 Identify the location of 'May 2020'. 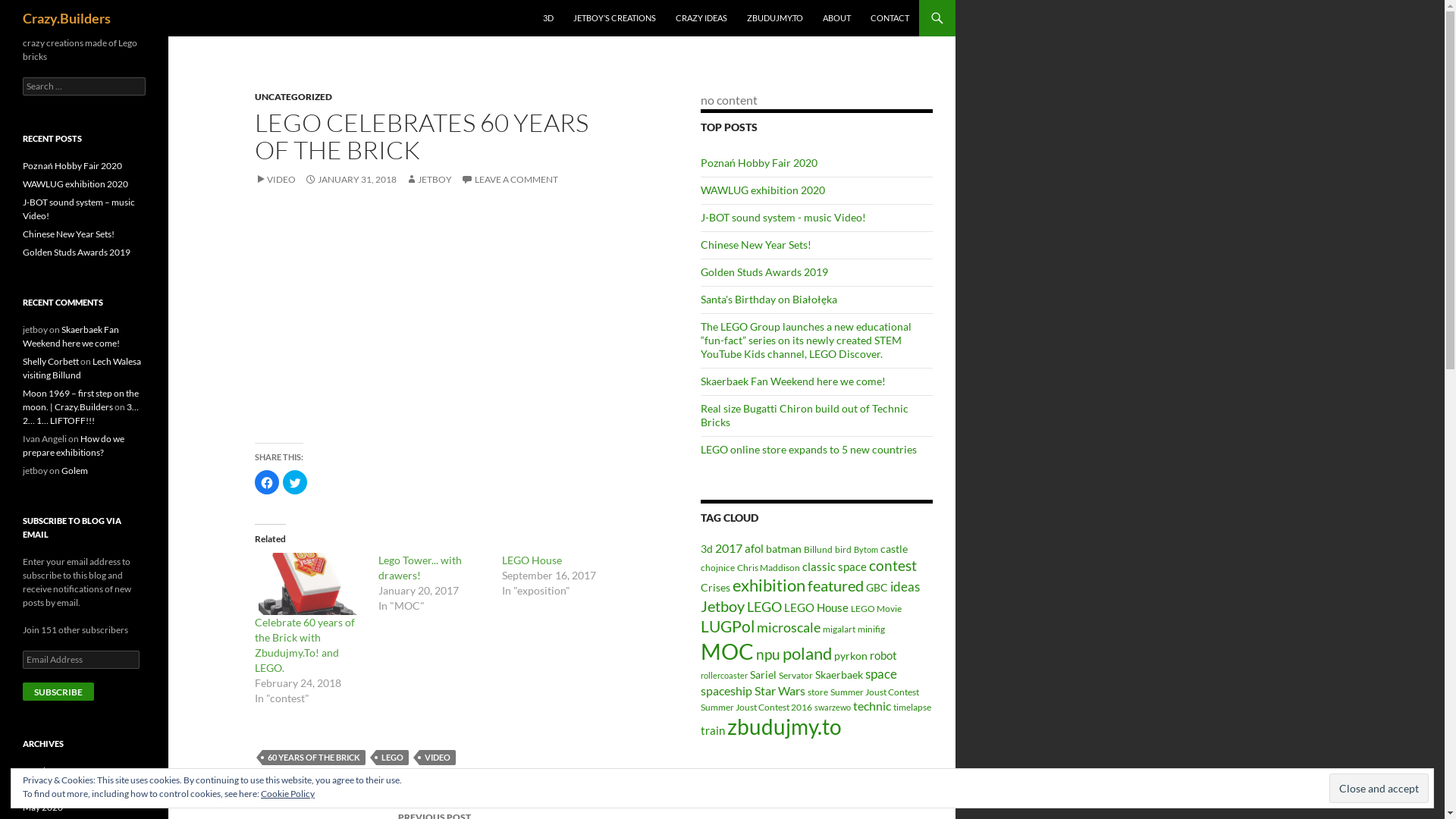
(42, 806).